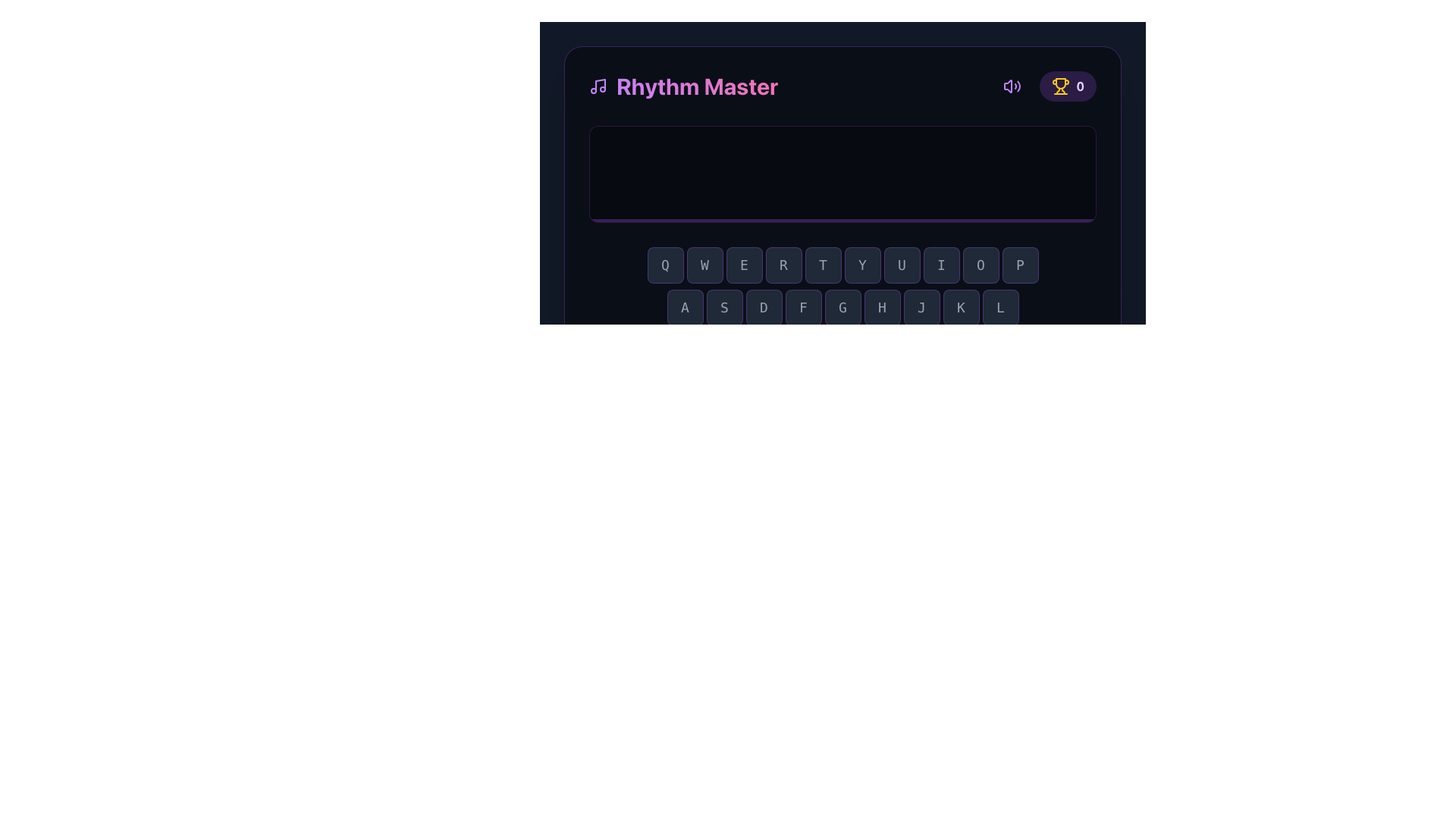  What do you see at coordinates (1046, 86) in the screenshot?
I see `the Score indicator with trophy icon and the number '0' located in the upper-right corner of the 'Rhythm Master' section` at bounding box center [1046, 86].